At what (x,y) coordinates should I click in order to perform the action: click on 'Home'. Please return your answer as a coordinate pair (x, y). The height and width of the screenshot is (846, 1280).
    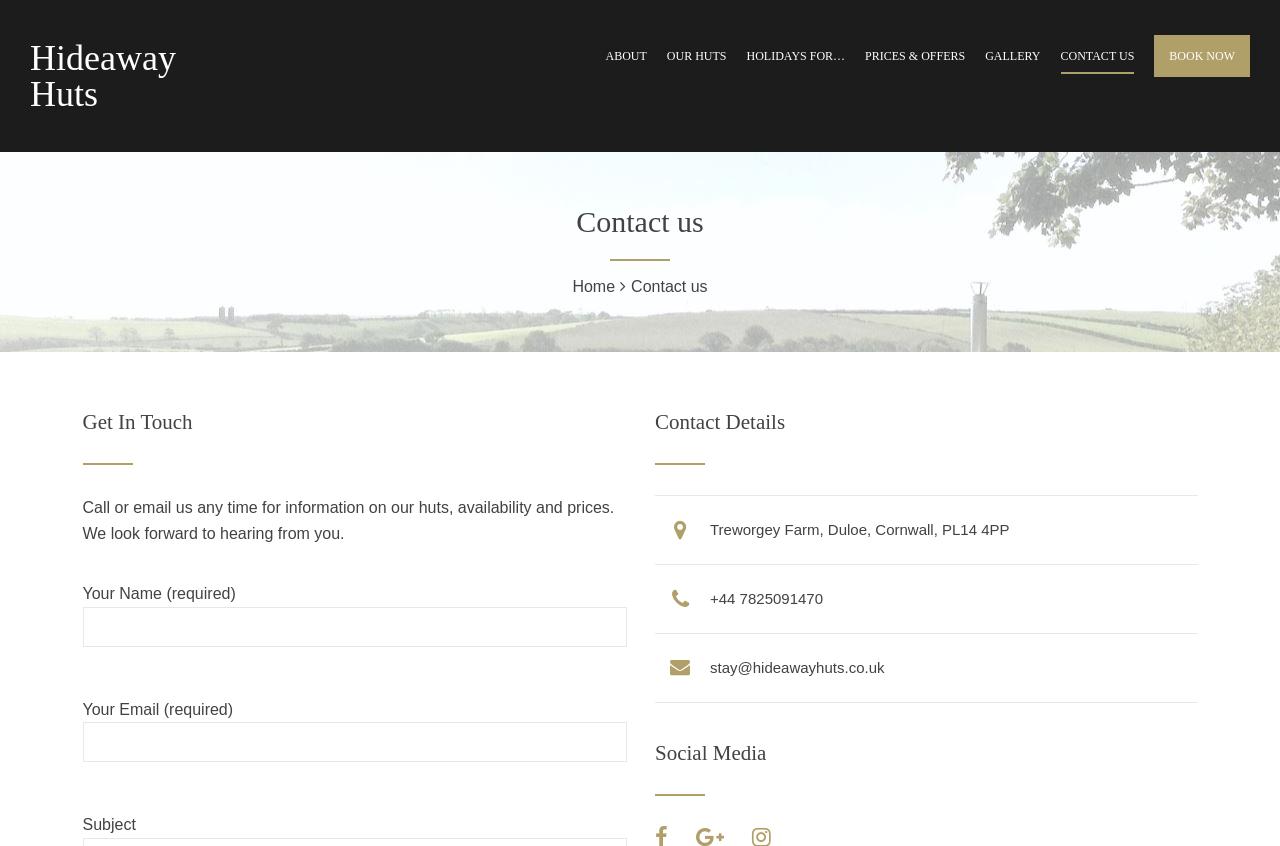
    Looking at the image, I should click on (592, 285).